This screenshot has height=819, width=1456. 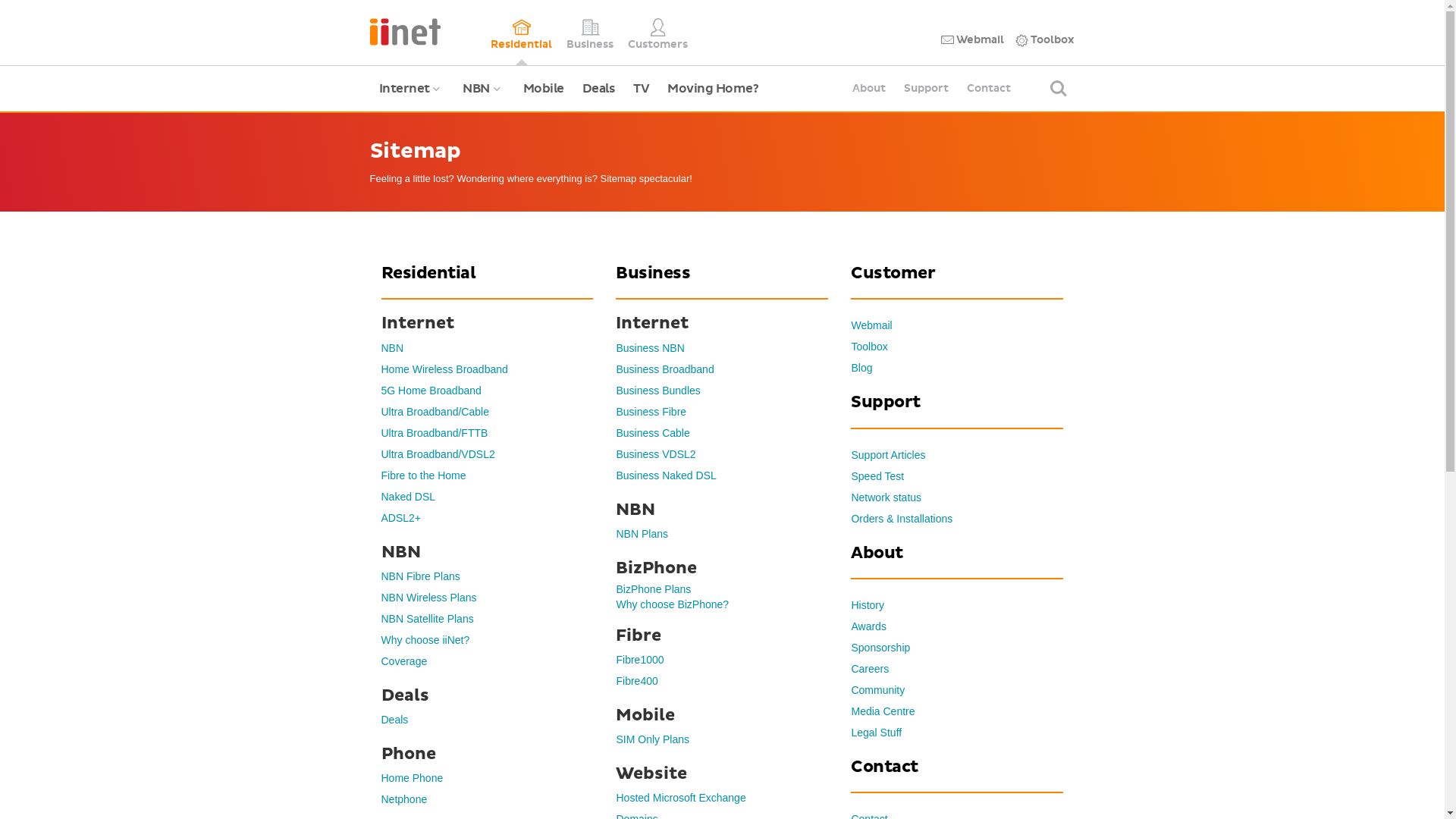 What do you see at coordinates (381, 348) in the screenshot?
I see `'NBN'` at bounding box center [381, 348].